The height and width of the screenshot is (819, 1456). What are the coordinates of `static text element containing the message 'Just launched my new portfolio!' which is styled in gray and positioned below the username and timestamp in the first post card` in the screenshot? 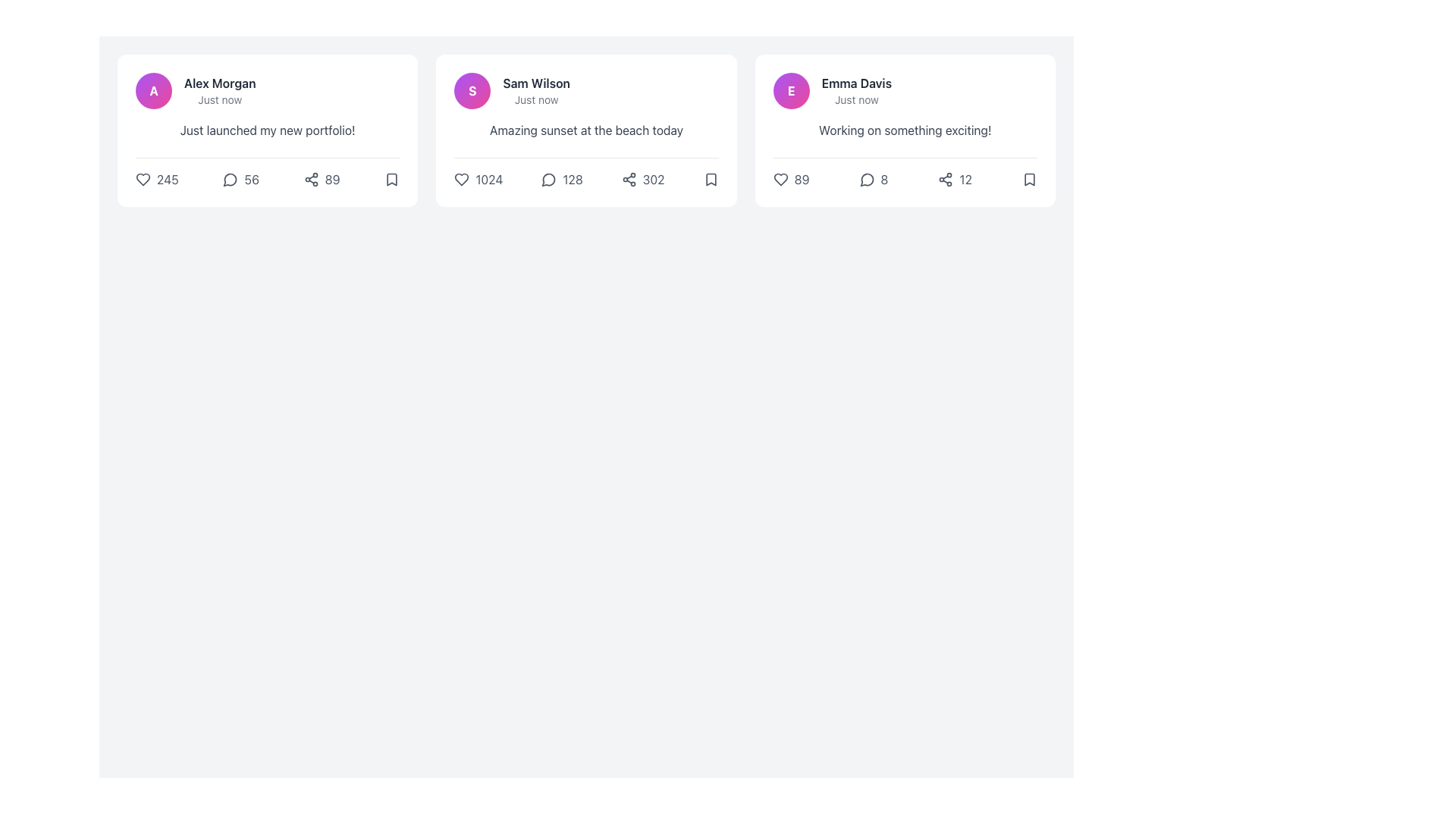 It's located at (268, 130).